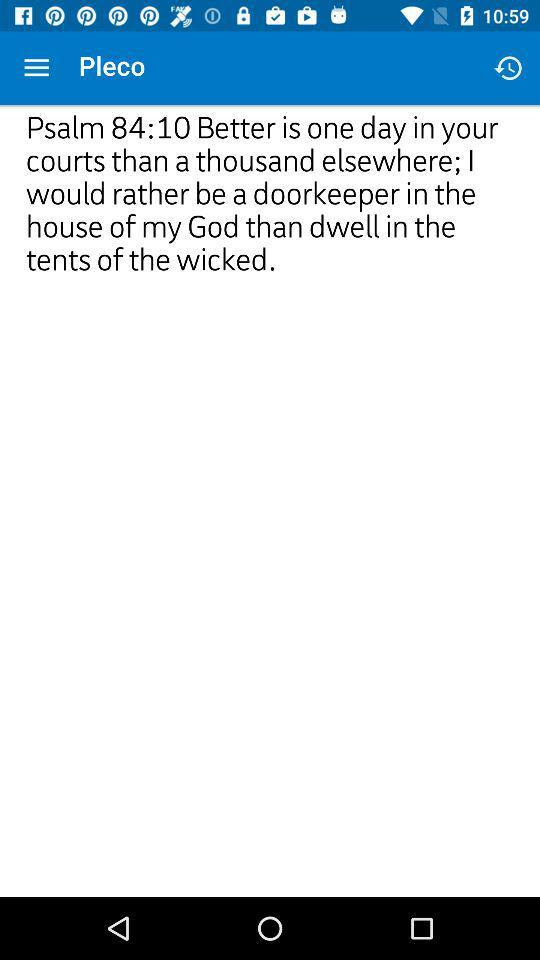  What do you see at coordinates (270, 320) in the screenshot?
I see `psalm 84 10 item` at bounding box center [270, 320].